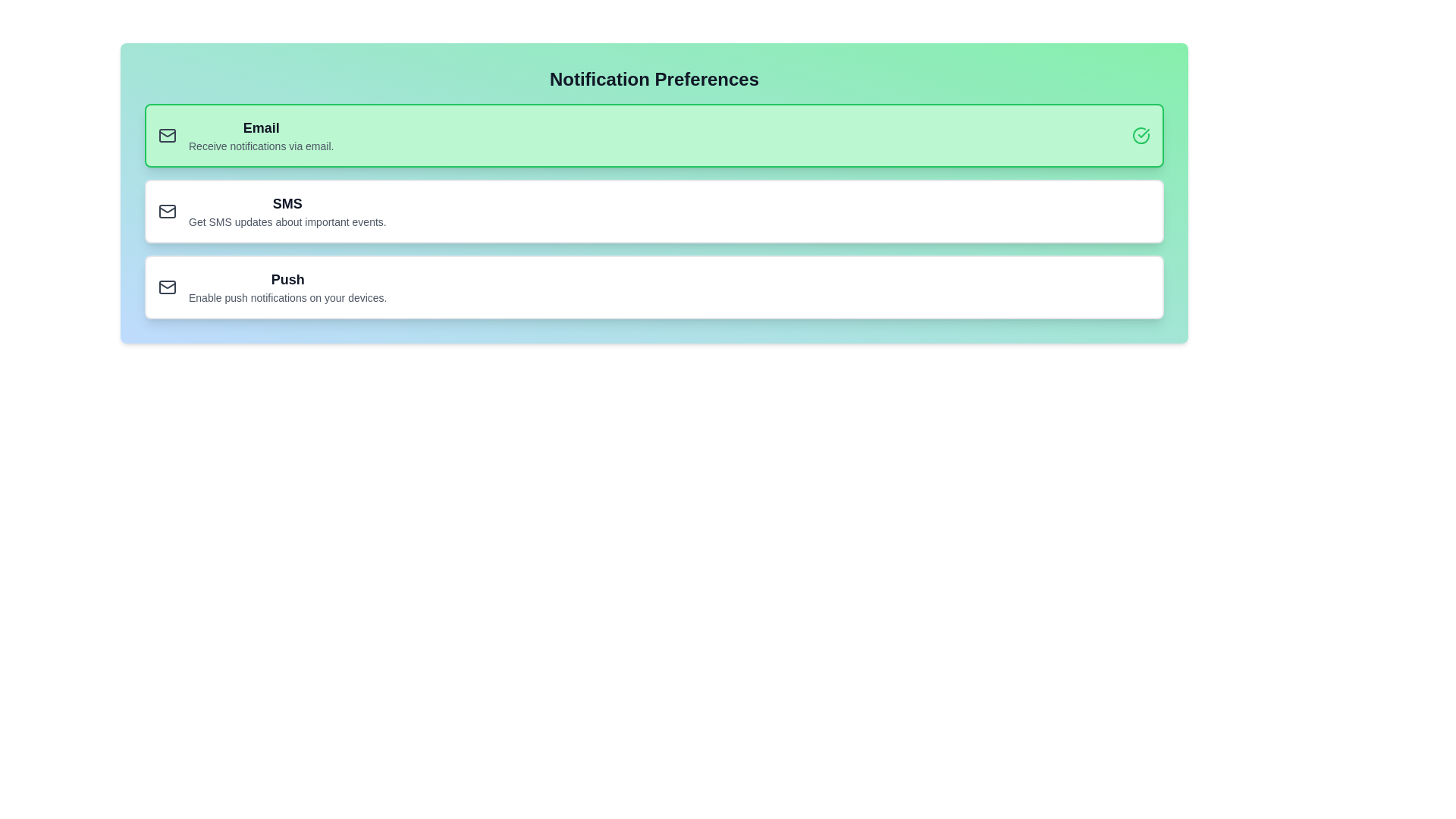 This screenshot has width=1456, height=819. I want to click on the SVG rectangle that represents the body of the envelope icon within the 'Push' notification option, so click(167, 287).